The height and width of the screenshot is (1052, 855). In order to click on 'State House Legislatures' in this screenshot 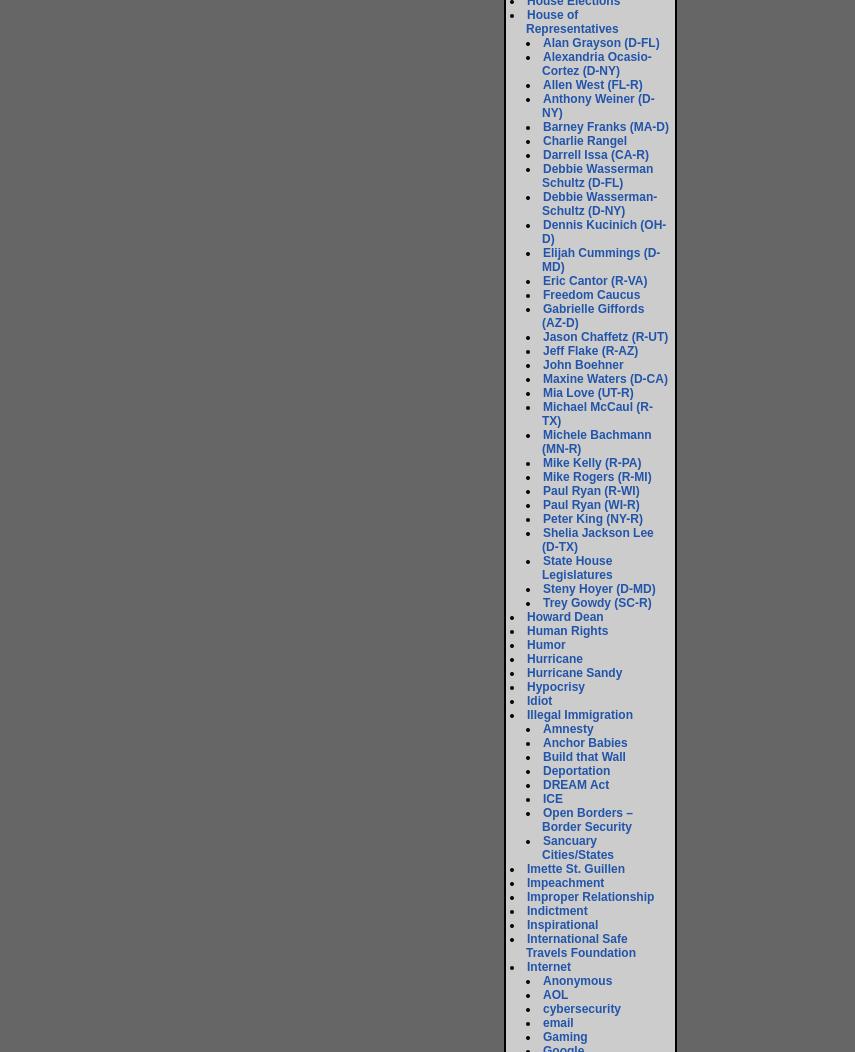, I will do `click(541, 567)`.